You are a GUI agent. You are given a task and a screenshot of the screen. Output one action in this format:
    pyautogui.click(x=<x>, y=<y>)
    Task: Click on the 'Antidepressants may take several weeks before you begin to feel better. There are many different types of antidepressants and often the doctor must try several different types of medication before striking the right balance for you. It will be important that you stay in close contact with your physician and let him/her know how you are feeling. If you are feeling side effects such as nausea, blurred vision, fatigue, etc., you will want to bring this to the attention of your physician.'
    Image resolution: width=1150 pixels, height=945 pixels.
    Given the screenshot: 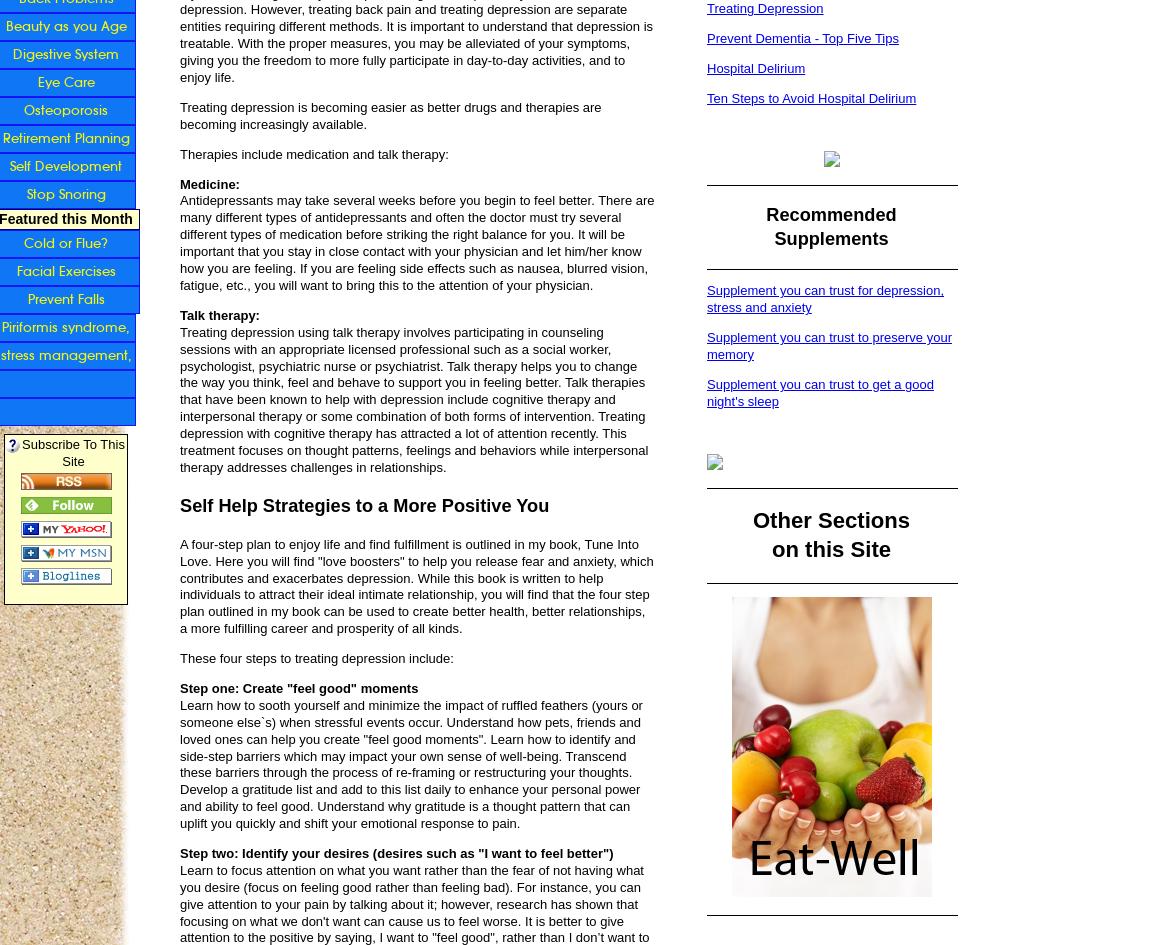 What is the action you would take?
    pyautogui.click(x=416, y=241)
    